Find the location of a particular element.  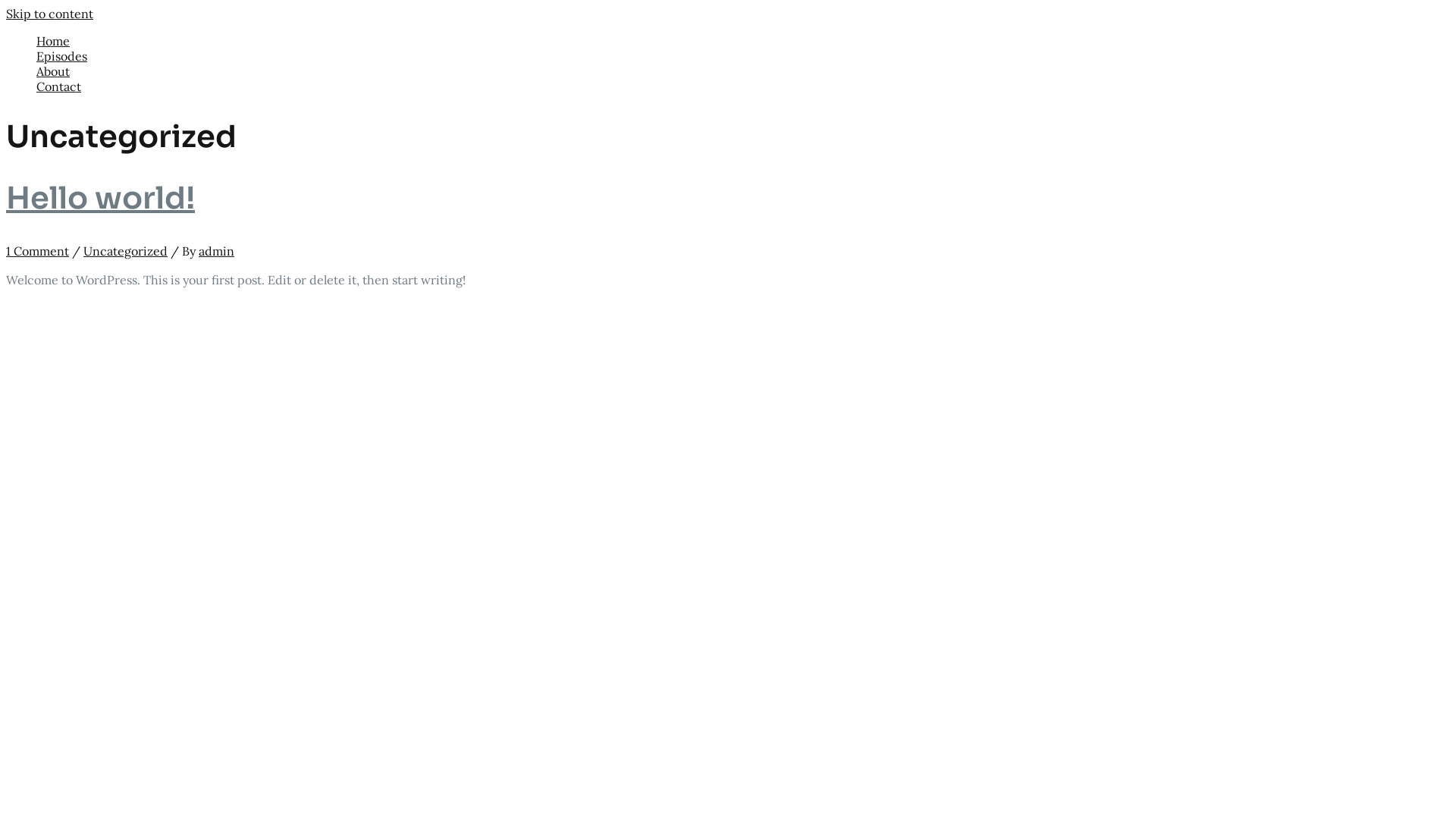

'Home' is located at coordinates (742, 40).